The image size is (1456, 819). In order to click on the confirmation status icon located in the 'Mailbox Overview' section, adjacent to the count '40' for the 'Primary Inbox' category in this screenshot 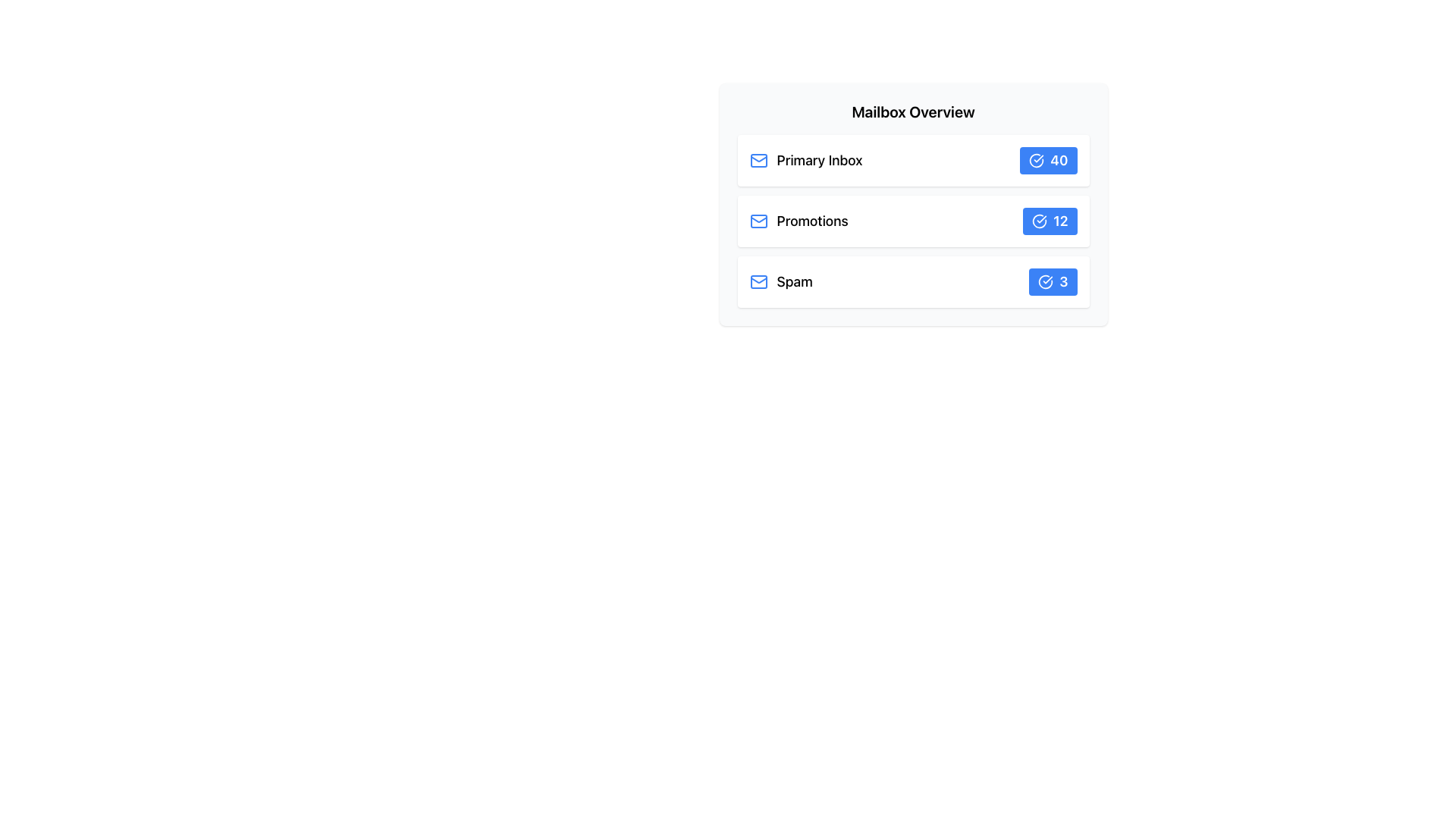, I will do `click(1036, 161)`.